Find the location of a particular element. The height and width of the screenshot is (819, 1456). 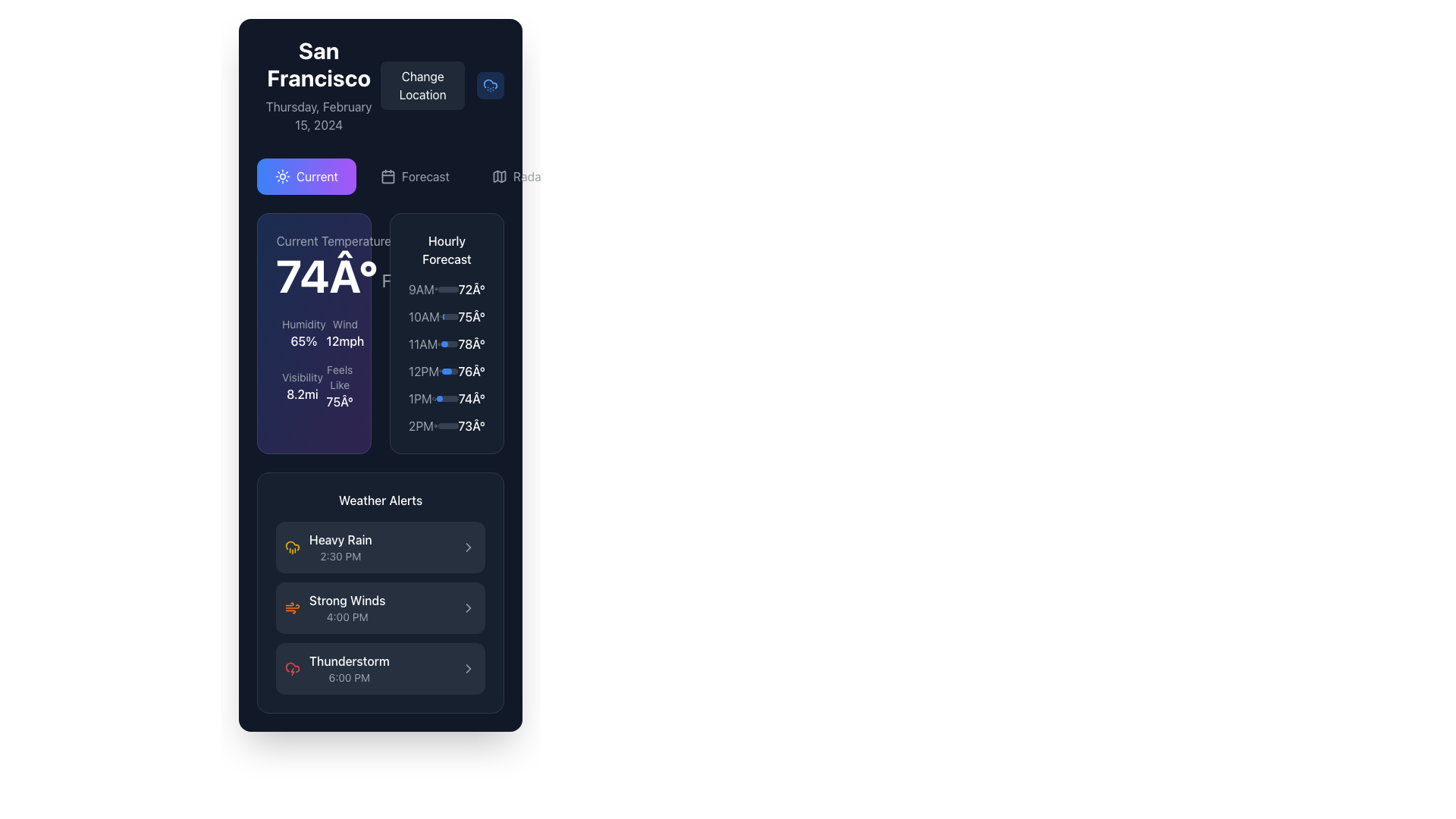

the Forecast item displaying text, an icon, and a progress bar located within the 'Hourly Forecast' section, which is the first item in the vertically stacked forecast list is located at coordinates (446, 289).